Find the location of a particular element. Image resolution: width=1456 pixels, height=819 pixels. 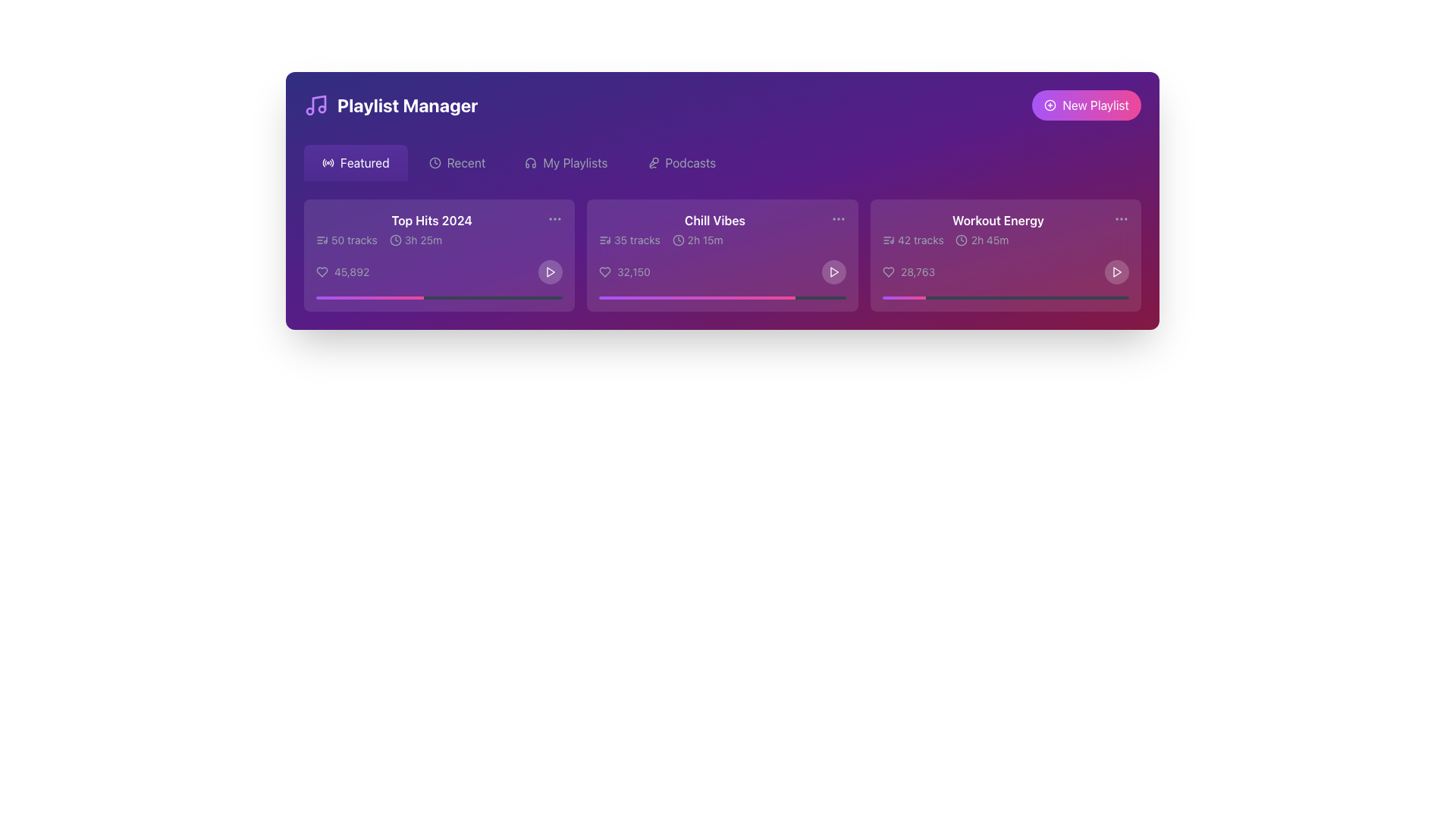

the Play Button icon, a small triangular icon used for initiating playback, located in the 'Workout Energy' section is located at coordinates (1117, 271).